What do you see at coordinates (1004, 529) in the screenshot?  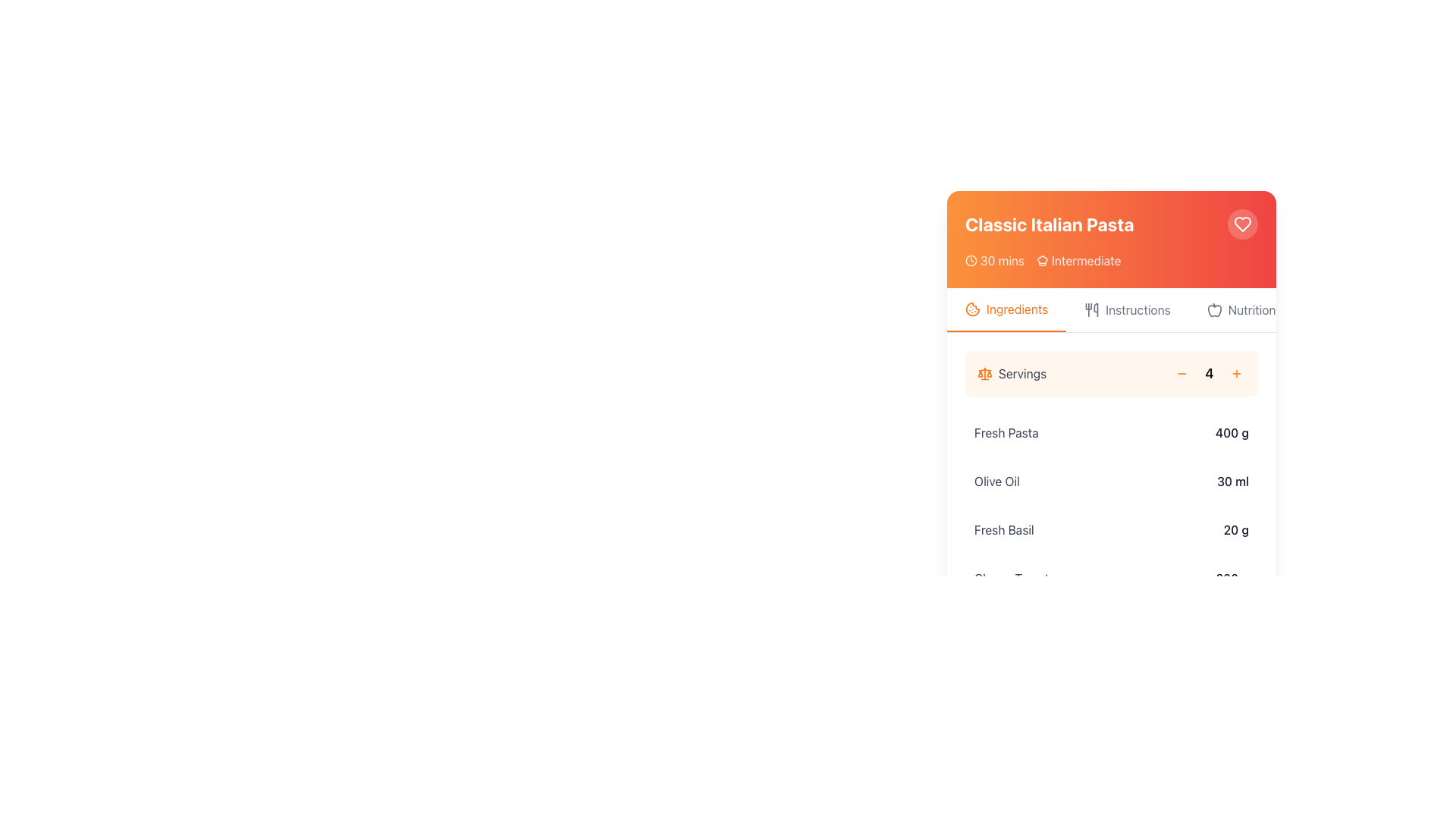 I see `the text label displaying 'Fresh Basil'` at bounding box center [1004, 529].